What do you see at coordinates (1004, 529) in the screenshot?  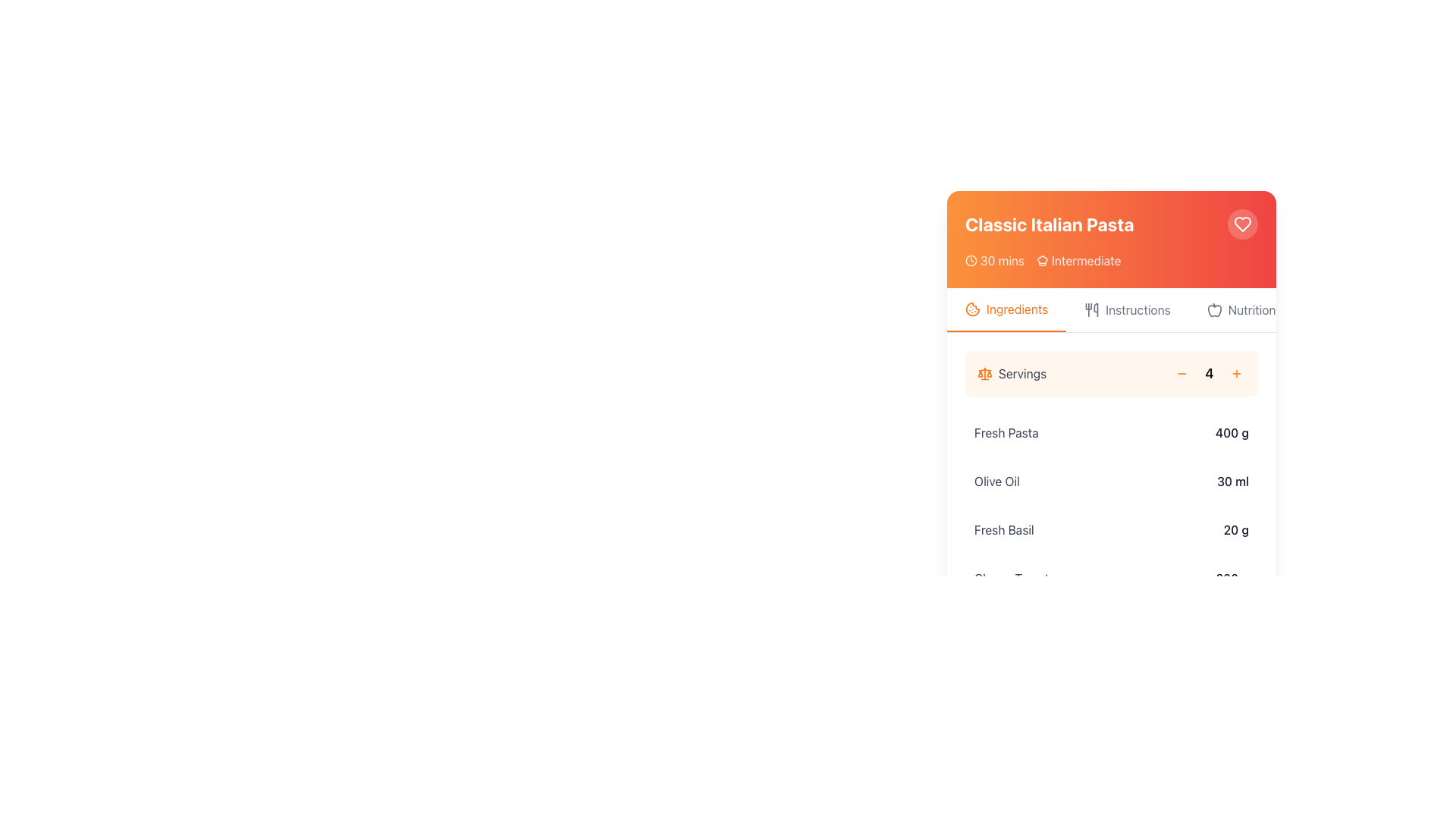 I see `the text label displaying 'Fresh Basil'` at bounding box center [1004, 529].